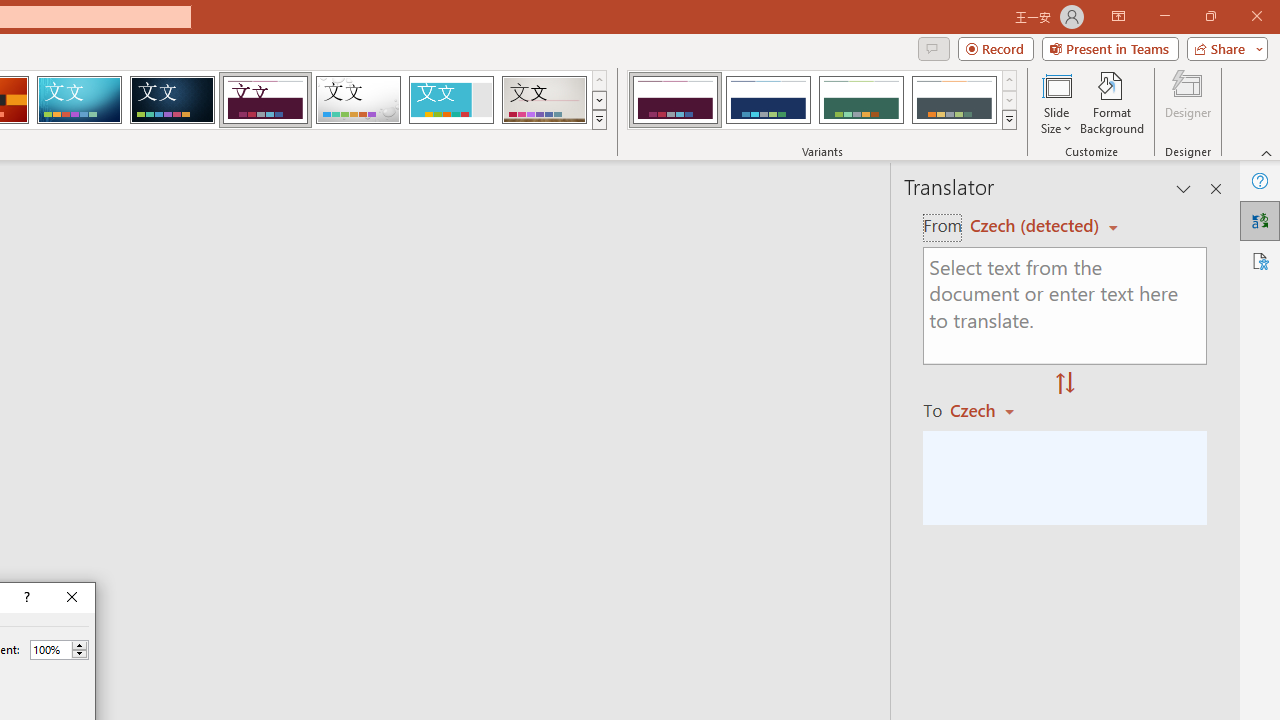 This screenshot has height=720, width=1280. Describe the element at coordinates (991, 409) in the screenshot. I see `'Czech'` at that location.